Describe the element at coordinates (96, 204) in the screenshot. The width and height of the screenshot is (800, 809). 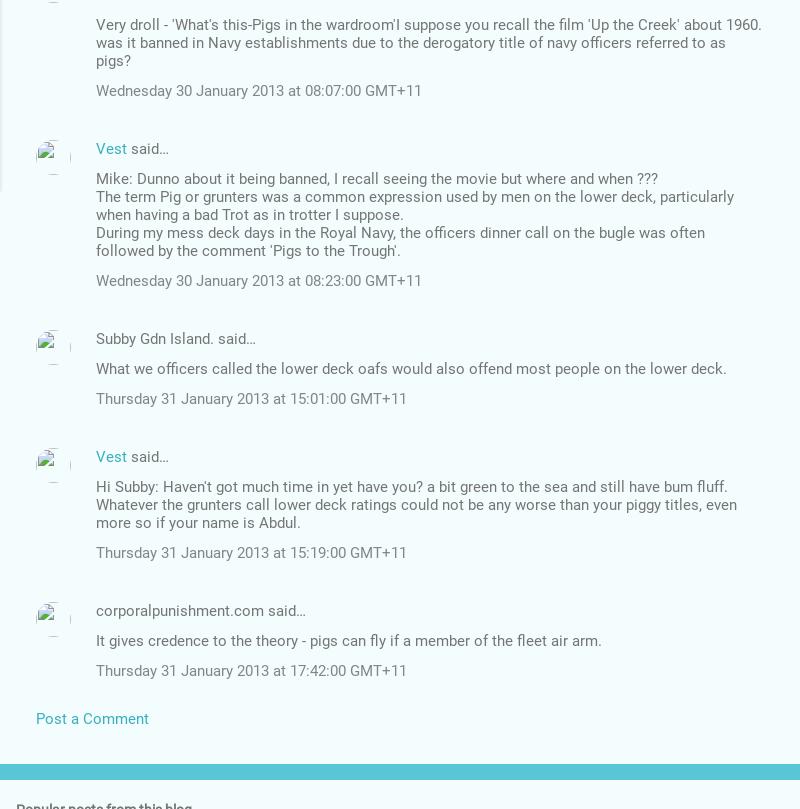
I see `'The term Pig or grunters was a common expression used by men on the lower deck, particularly when having a bad Trot as in trotter I suppose.'` at that location.